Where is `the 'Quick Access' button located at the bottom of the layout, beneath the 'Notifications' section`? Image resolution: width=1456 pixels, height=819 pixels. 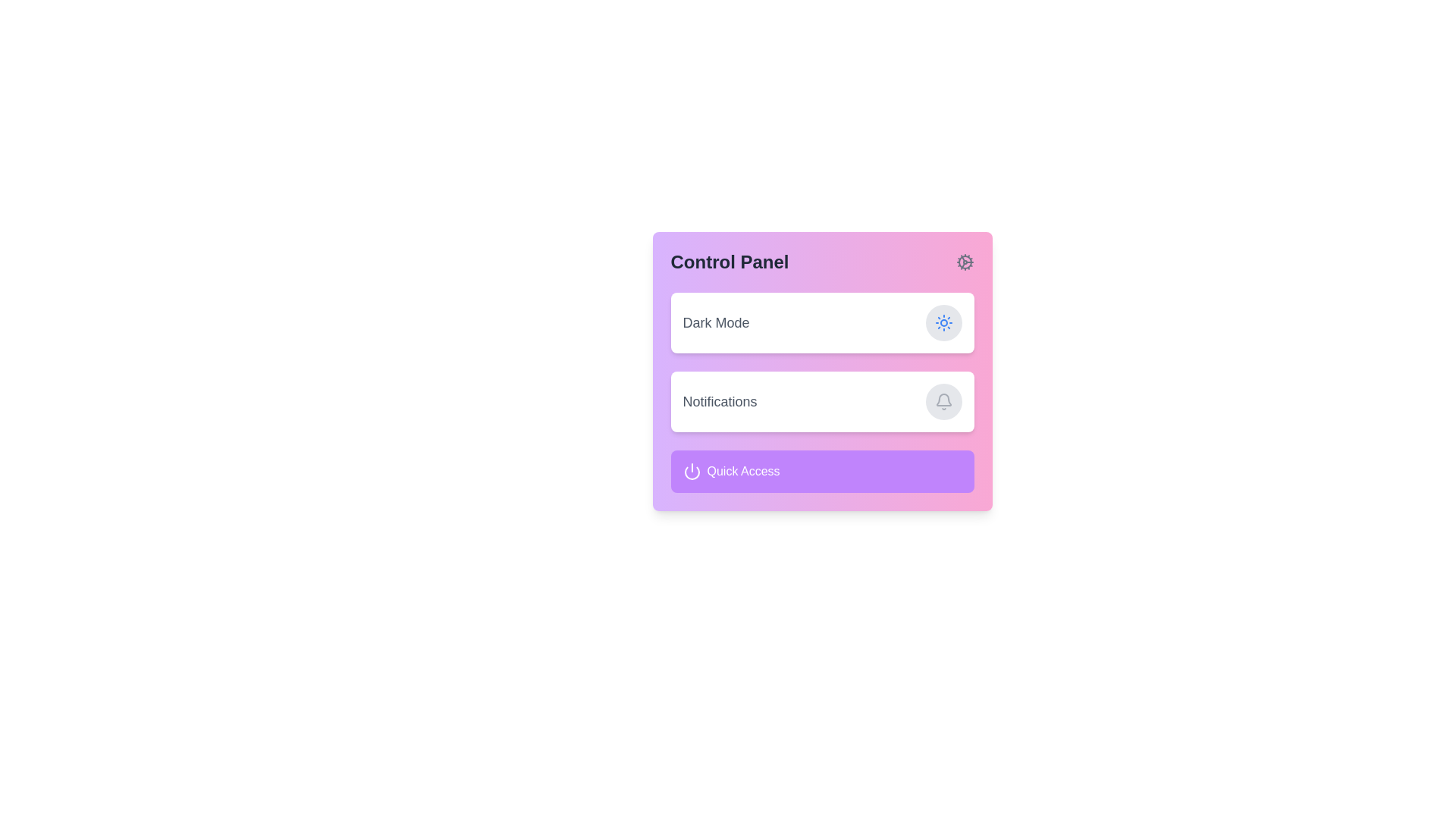
the 'Quick Access' button located at the bottom of the layout, beneath the 'Notifications' section is located at coordinates (821, 470).